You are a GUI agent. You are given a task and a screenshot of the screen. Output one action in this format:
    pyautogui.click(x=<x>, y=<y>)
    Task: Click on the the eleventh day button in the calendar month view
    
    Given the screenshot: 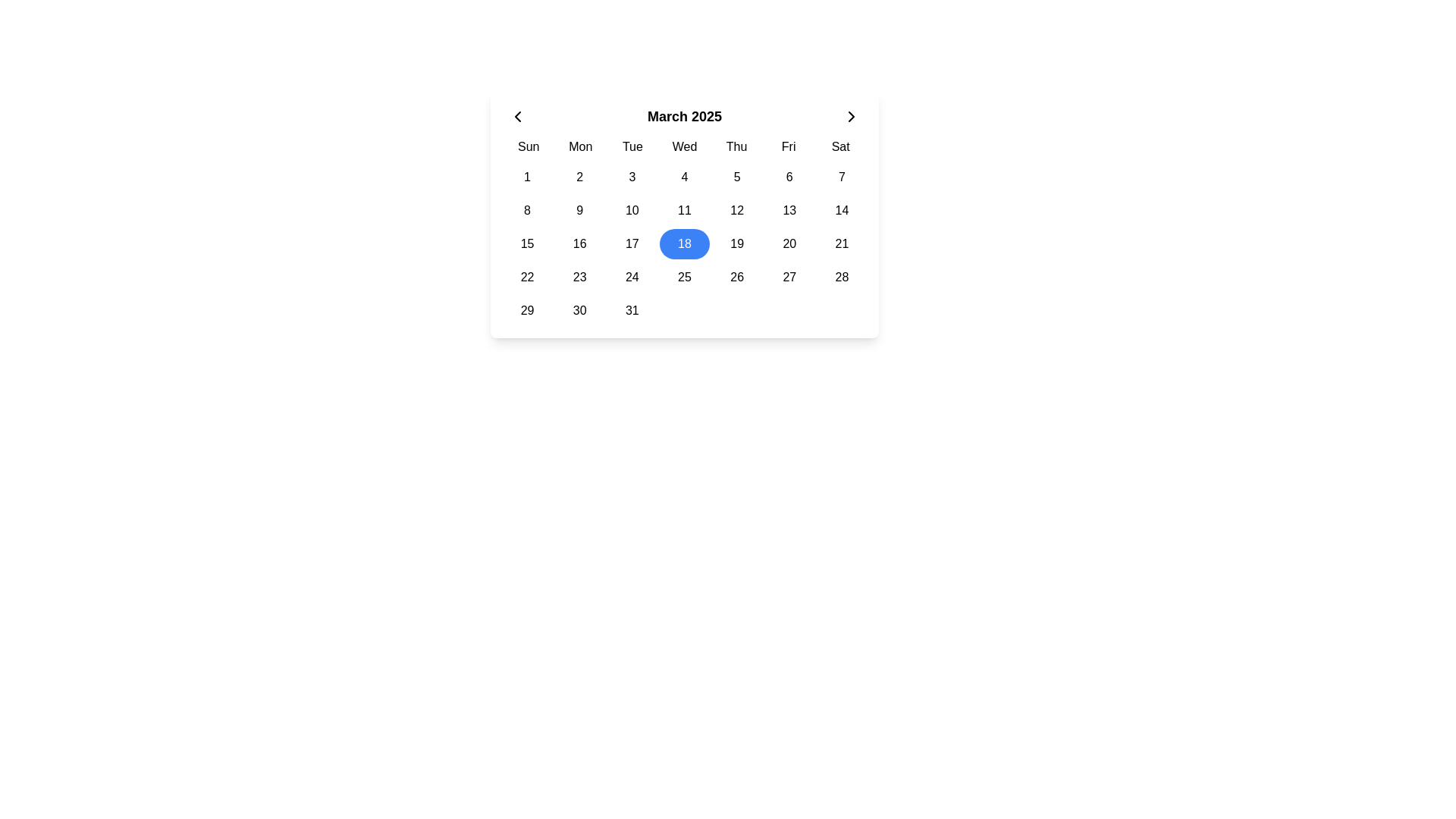 What is the action you would take?
    pyautogui.click(x=683, y=210)
    